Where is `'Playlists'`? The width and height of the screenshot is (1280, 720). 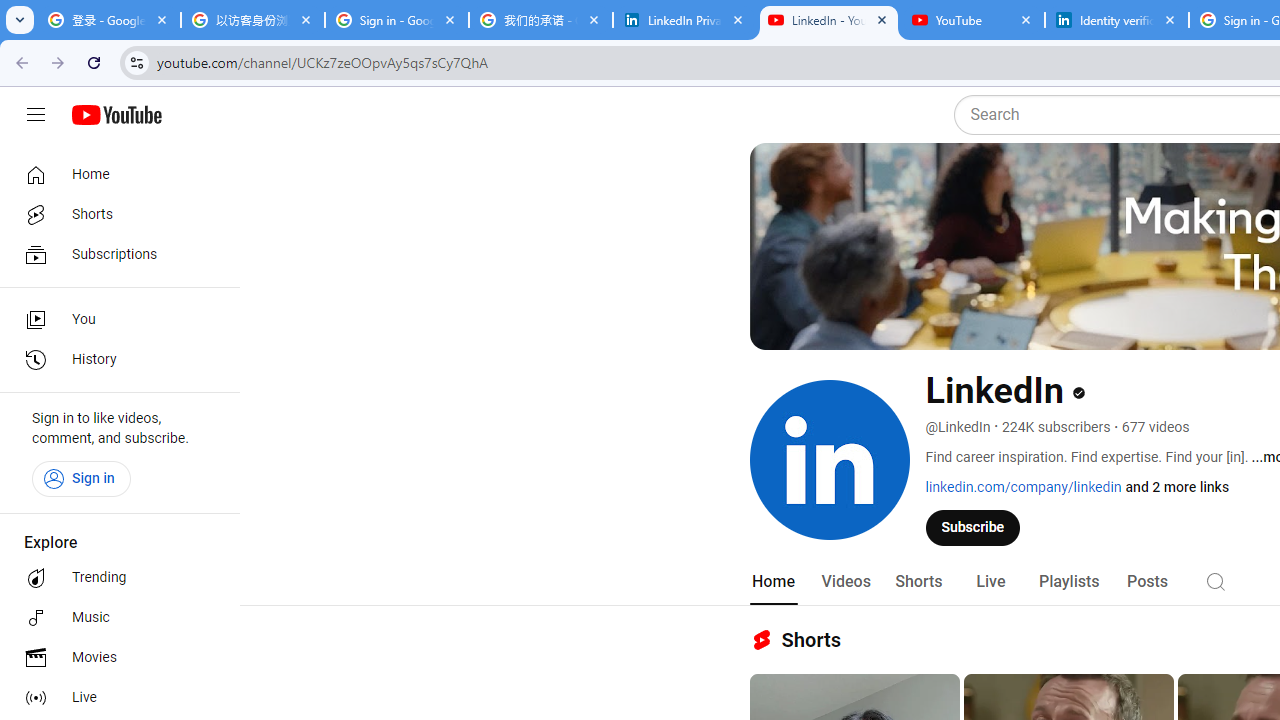 'Playlists' is located at coordinates (1067, 581).